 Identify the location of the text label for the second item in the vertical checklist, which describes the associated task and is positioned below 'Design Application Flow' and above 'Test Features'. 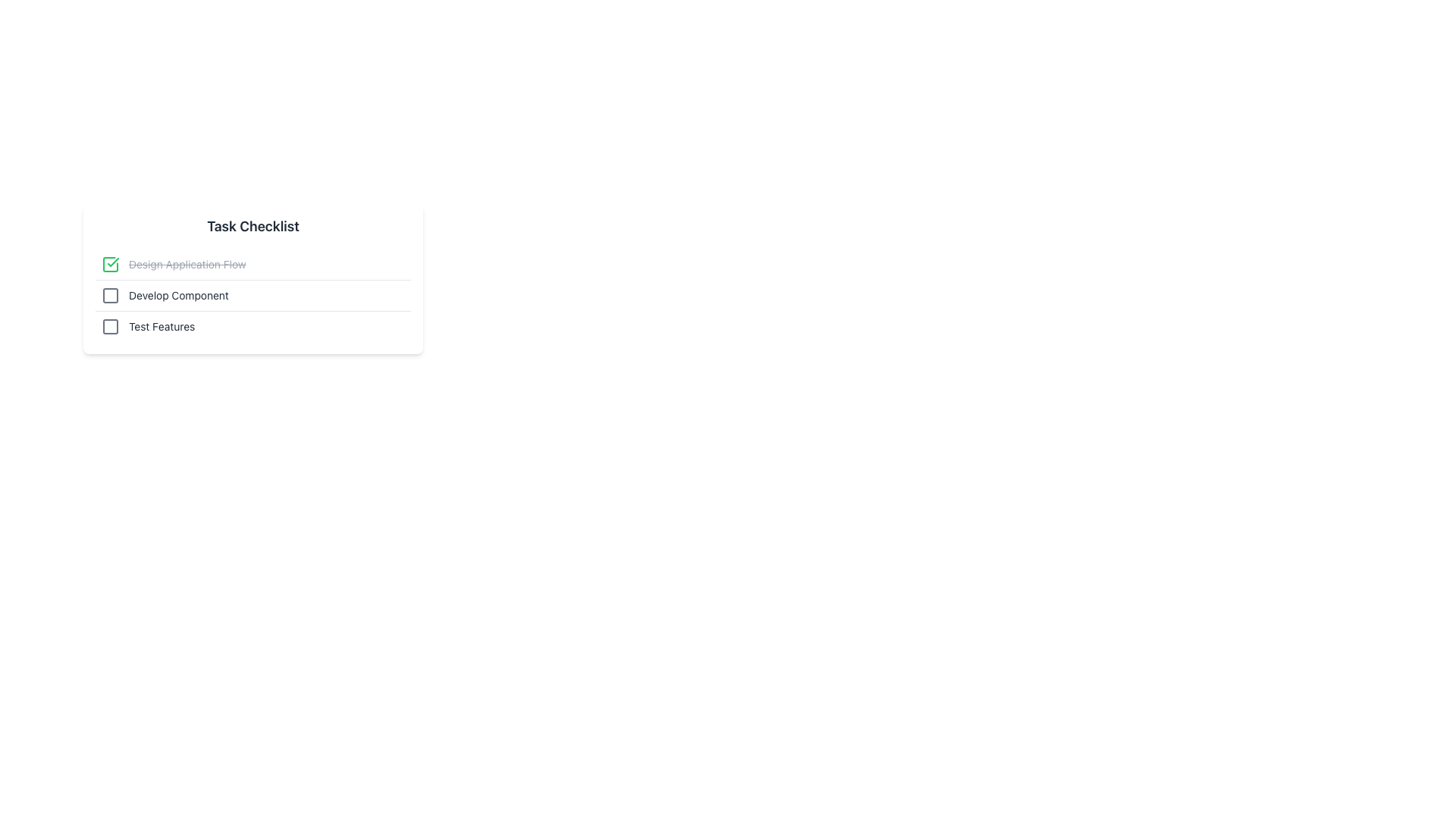
(178, 295).